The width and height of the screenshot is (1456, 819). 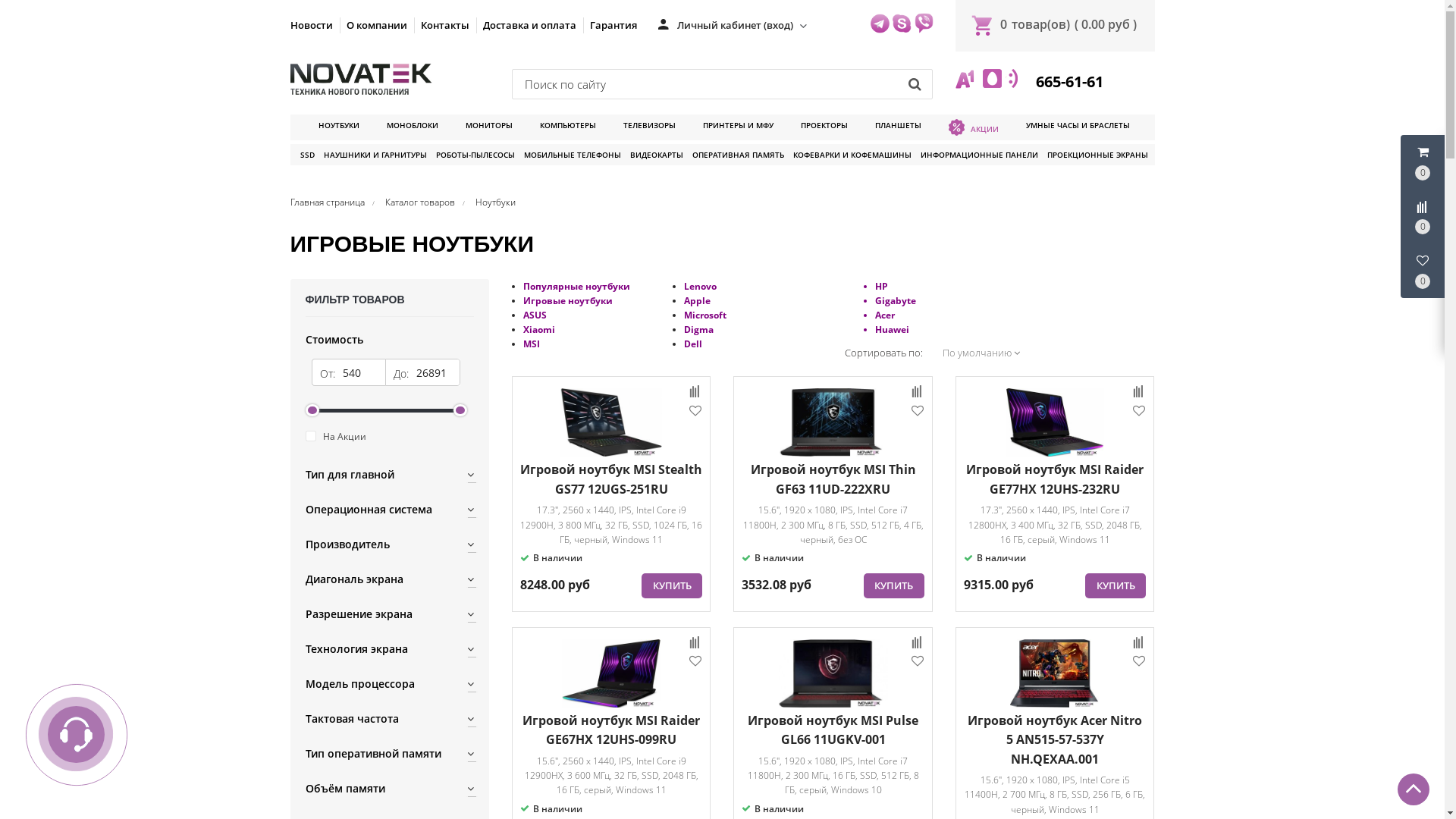 I want to click on 'Xiaomi', so click(x=523, y=328).